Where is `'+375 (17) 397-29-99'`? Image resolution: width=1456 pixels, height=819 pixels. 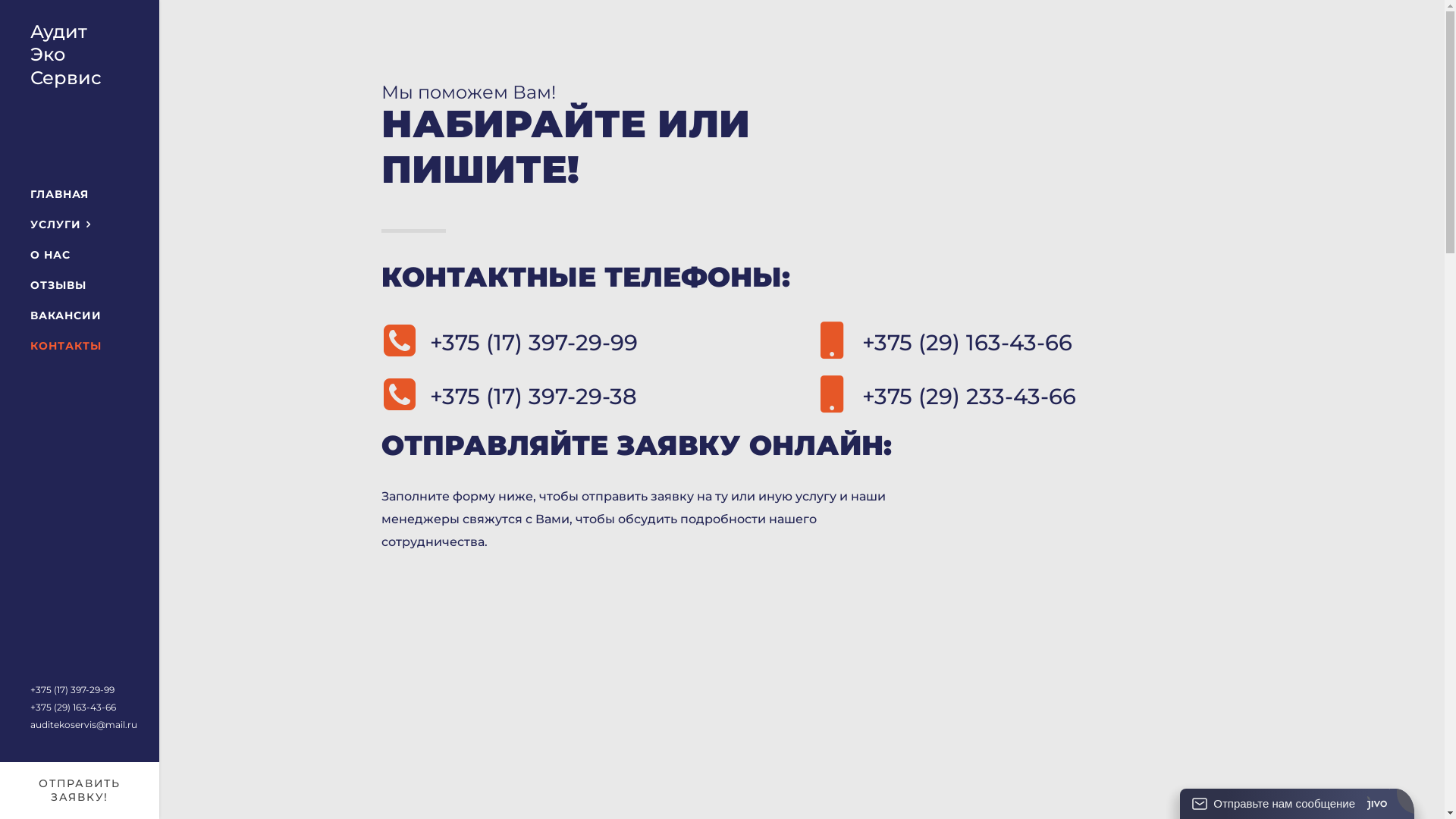
'+375 (17) 397-29-99' is located at coordinates (71, 689).